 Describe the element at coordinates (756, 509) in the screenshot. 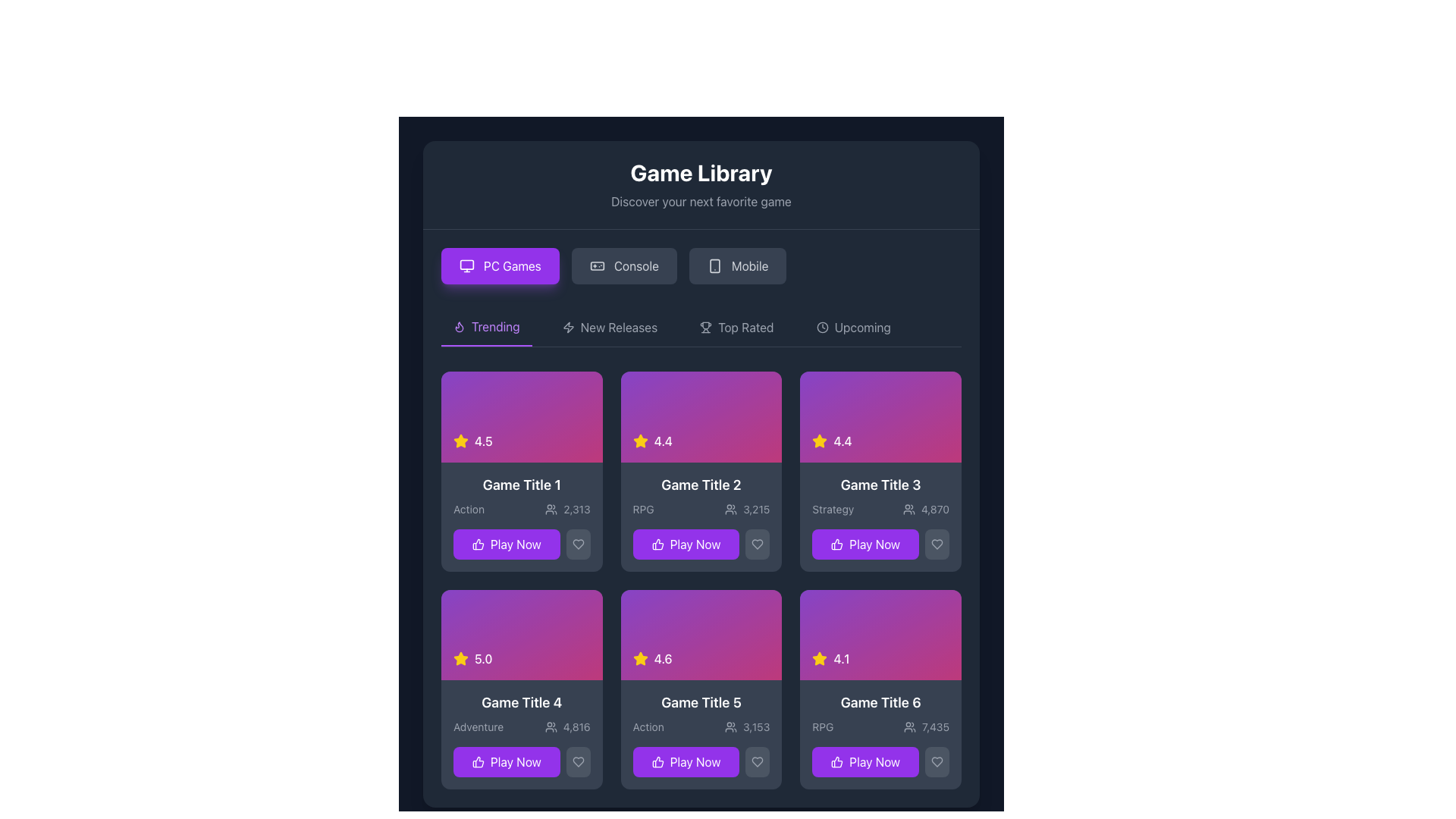

I see `the text label displaying '3,215' that indicates the total number of users associated with 'Game Title 2', located below the card in the second column of the grid layout` at that location.